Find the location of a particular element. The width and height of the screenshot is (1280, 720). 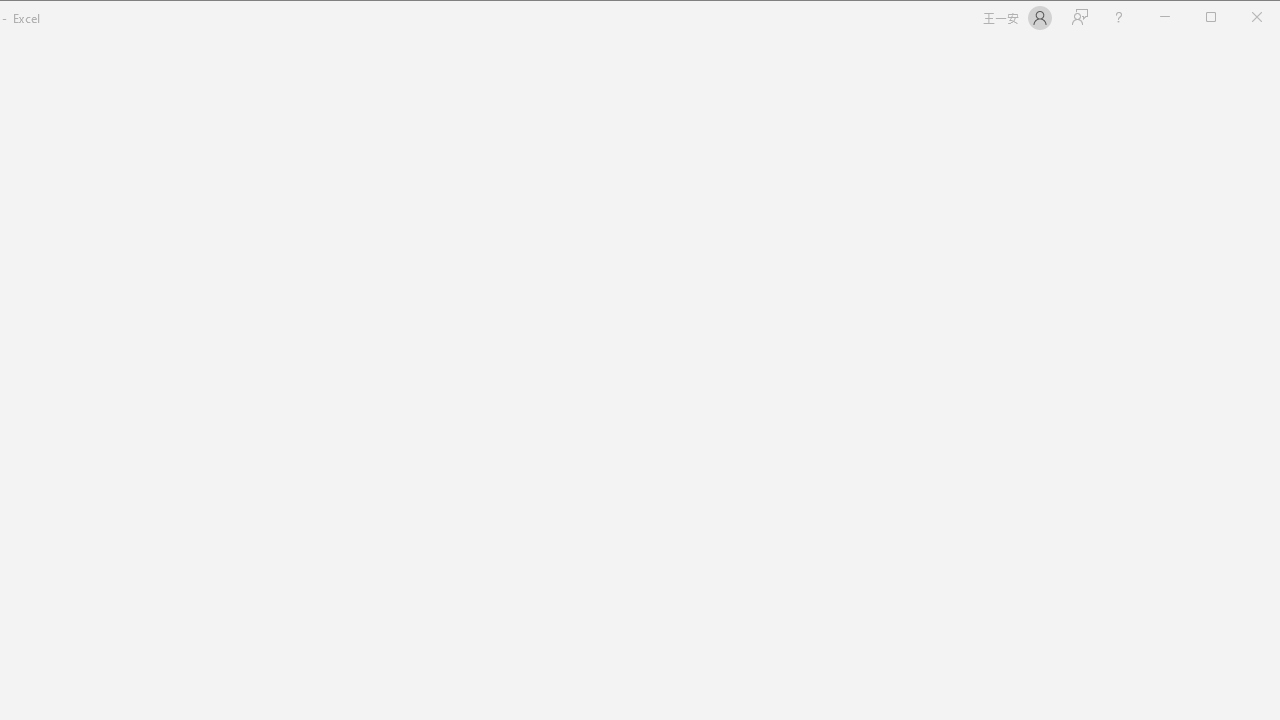

'Maximize' is located at coordinates (1238, 19).